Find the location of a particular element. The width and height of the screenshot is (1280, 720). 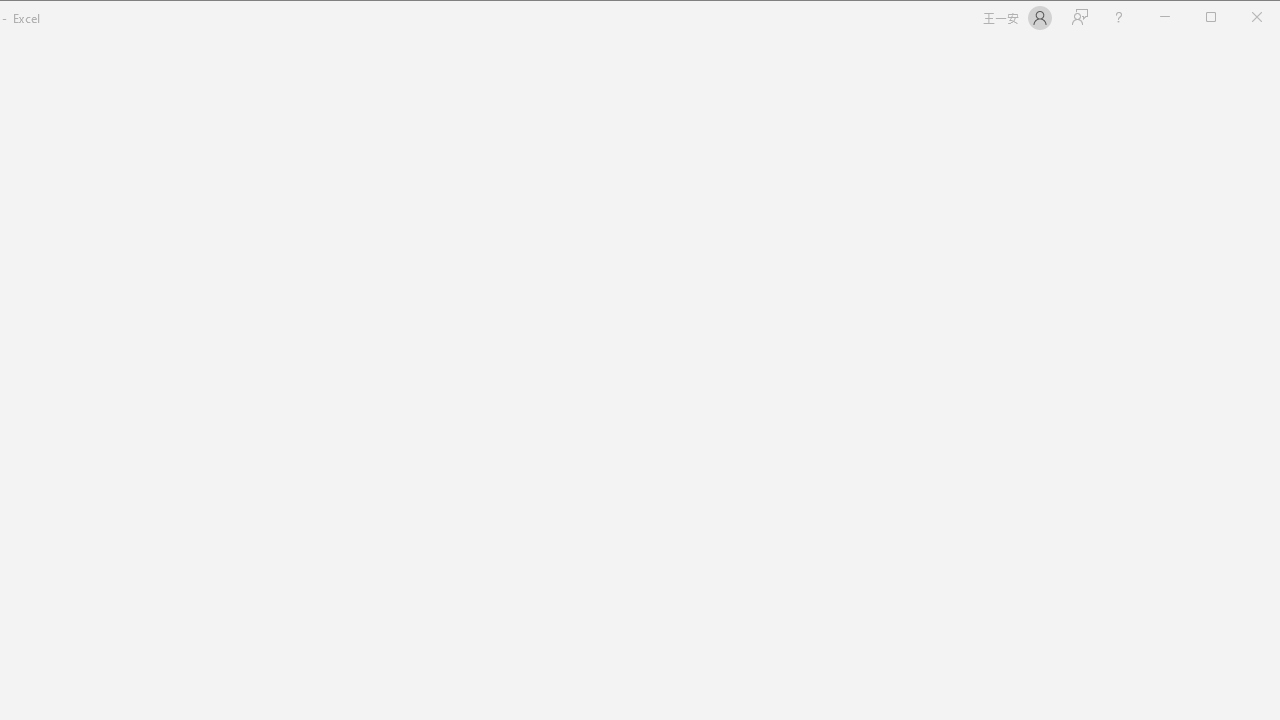

'Maximize' is located at coordinates (1238, 19).